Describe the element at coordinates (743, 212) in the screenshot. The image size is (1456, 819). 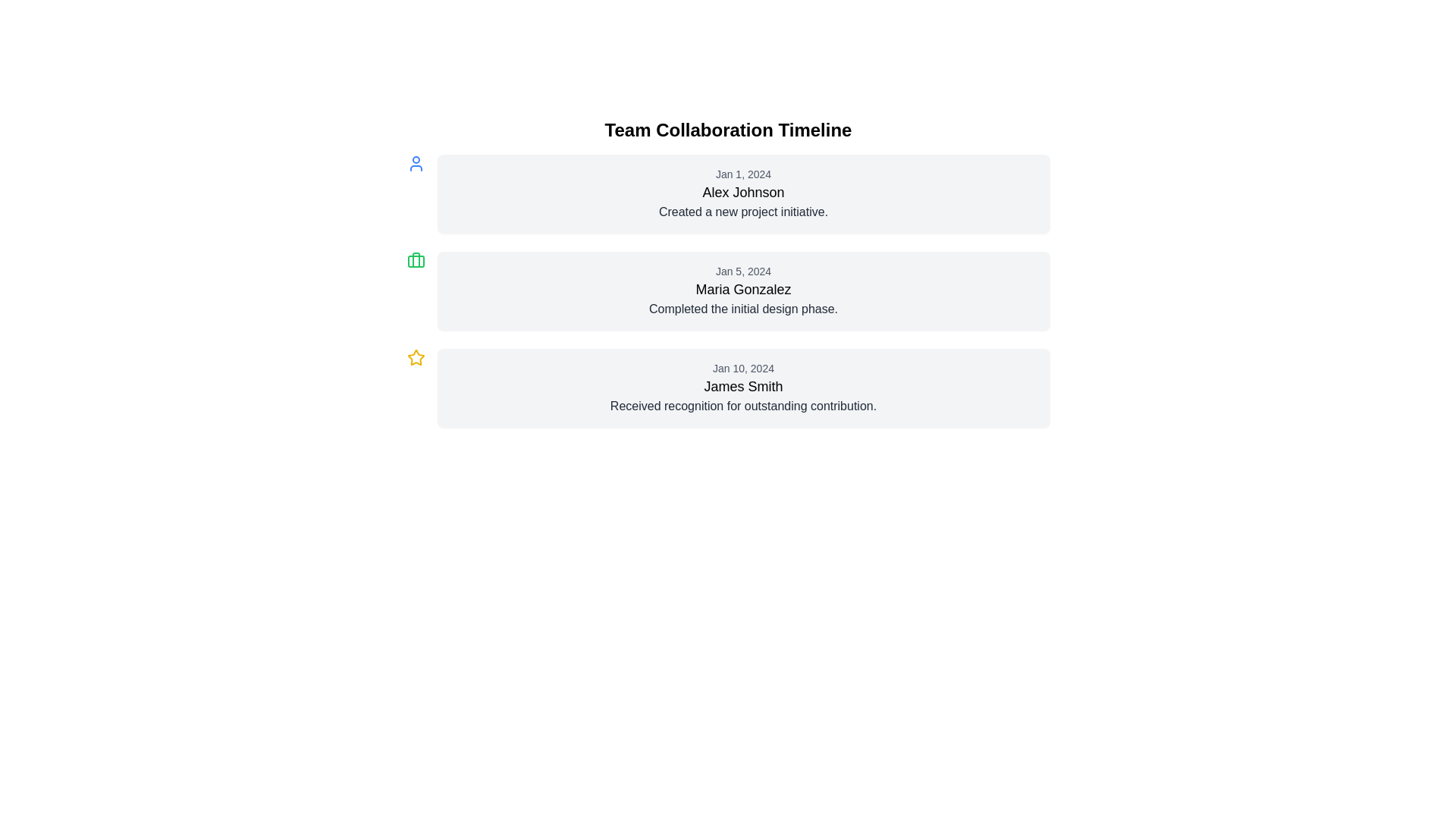
I see `the Text Label element that reads 'Created a new project initiative.' located at the bottom of a card, directly below the name 'Alex Johnson'` at that location.